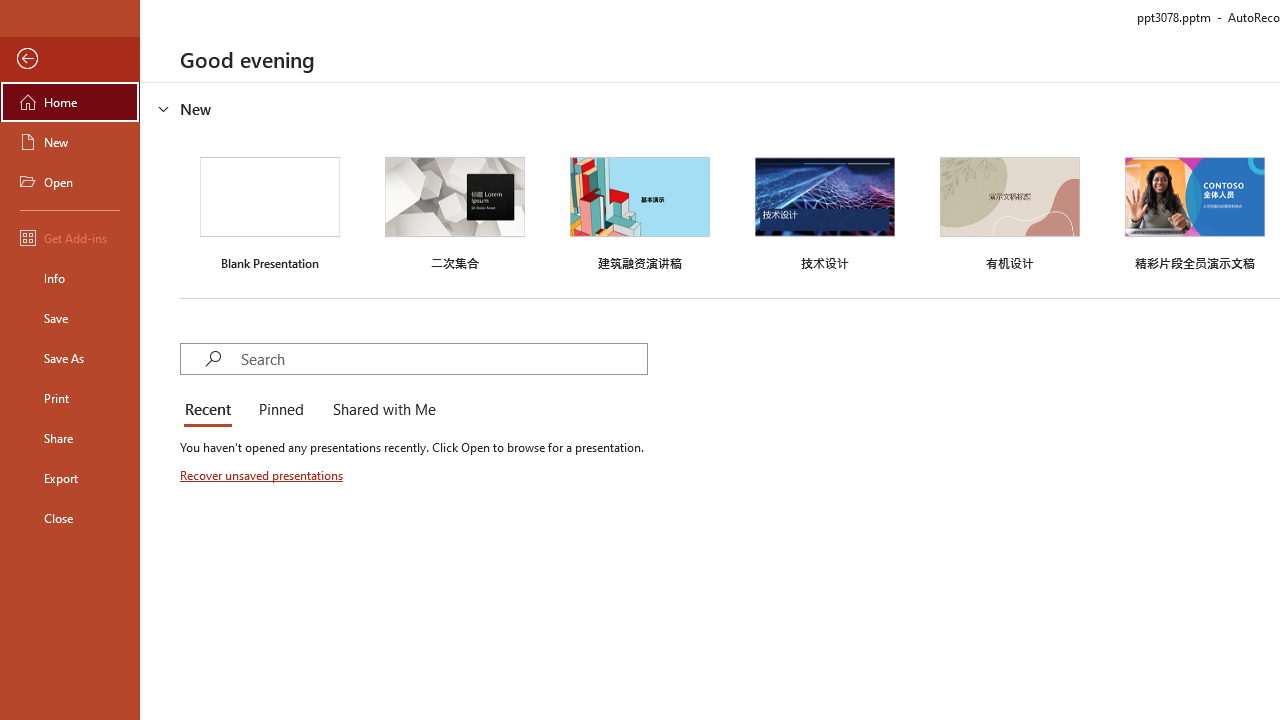  Describe the element at coordinates (212, 410) in the screenshot. I see `'Recent'` at that location.